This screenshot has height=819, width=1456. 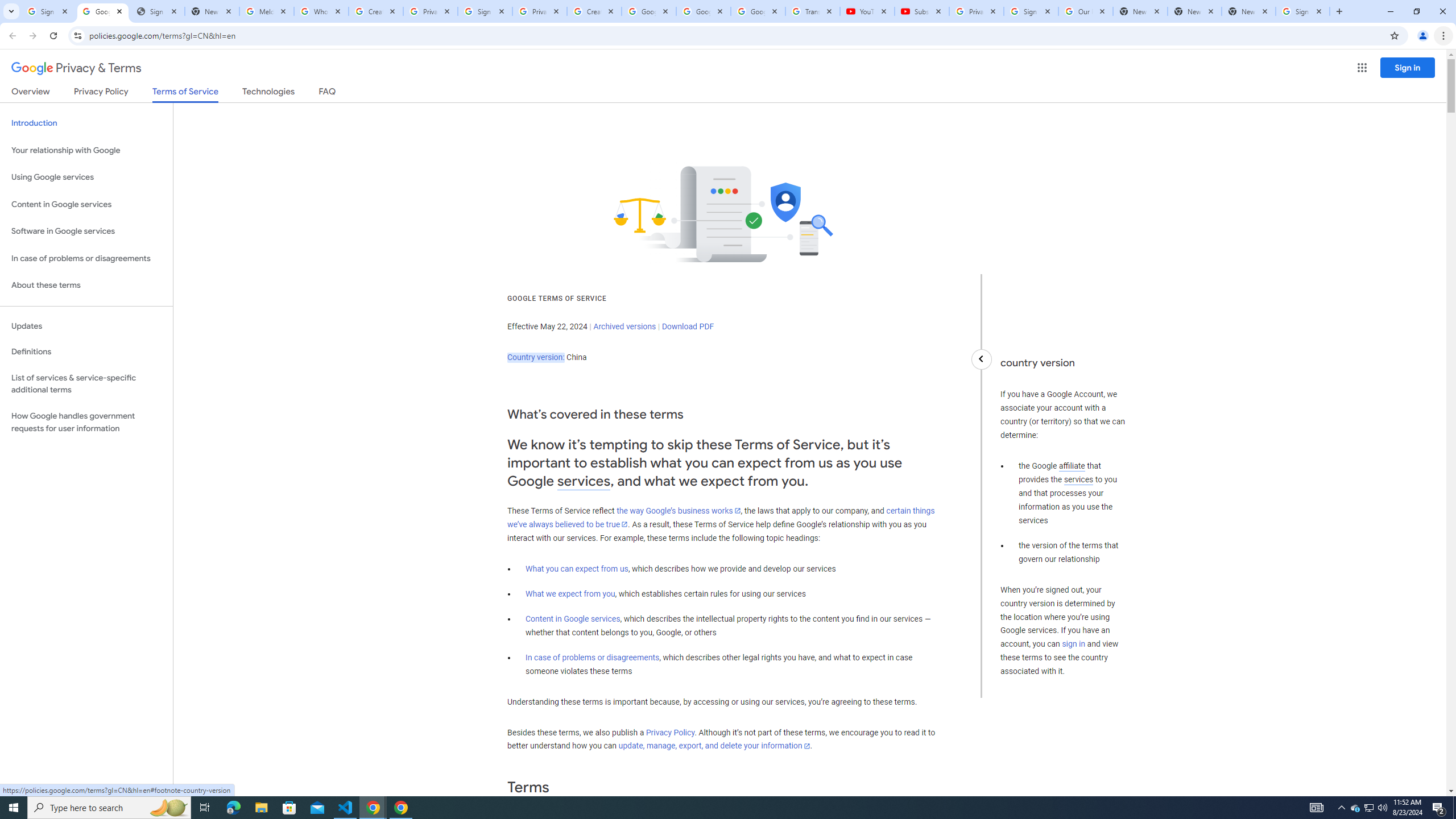 What do you see at coordinates (687, 325) in the screenshot?
I see `'Download PDF'` at bounding box center [687, 325].